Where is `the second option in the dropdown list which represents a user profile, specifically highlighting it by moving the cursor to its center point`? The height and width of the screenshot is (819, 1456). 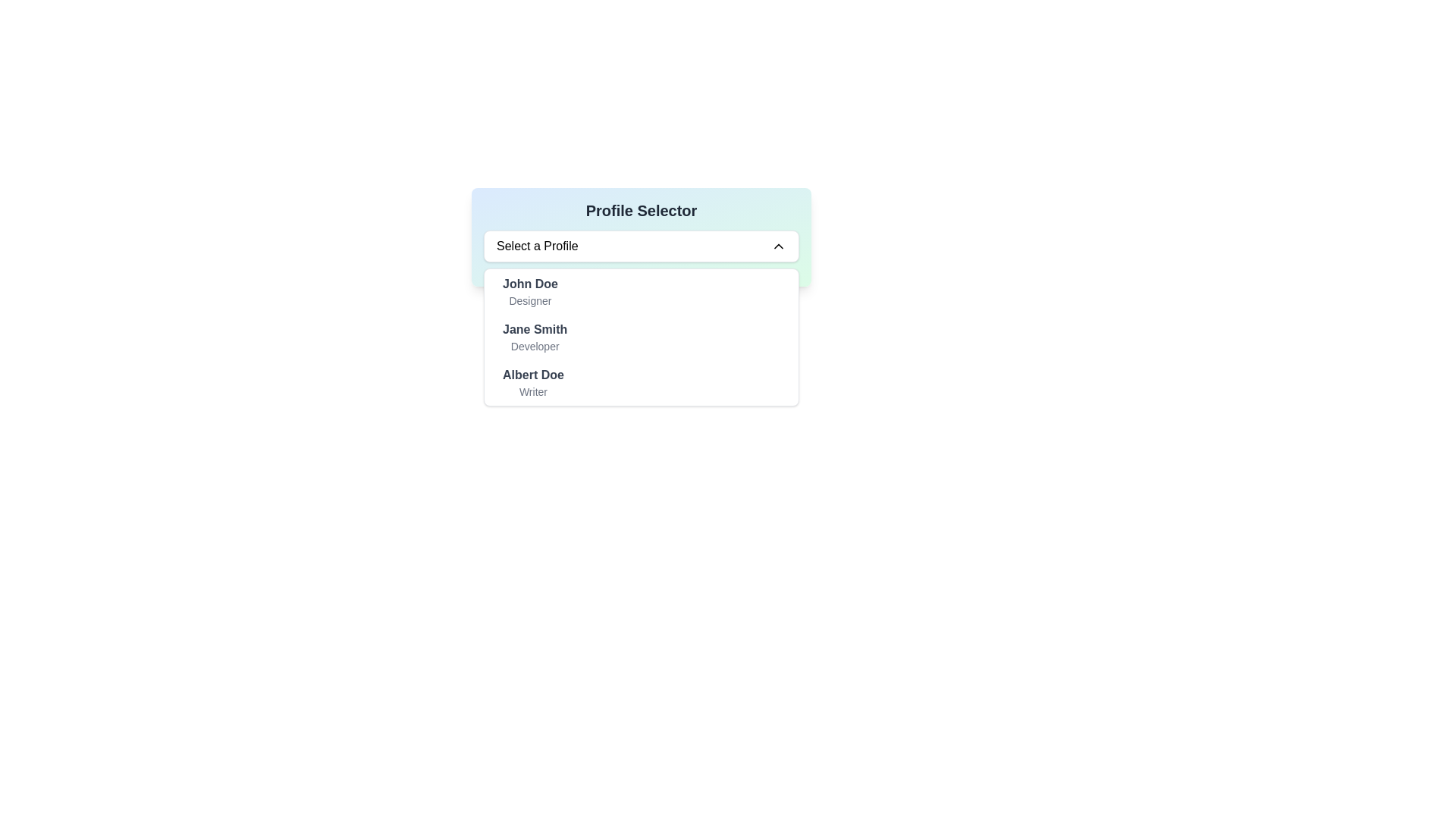 the second option in the dropdown list which represents a user profile, specifically highlighting it by moving the cursor to its center point is located at coordinates (641, 336).